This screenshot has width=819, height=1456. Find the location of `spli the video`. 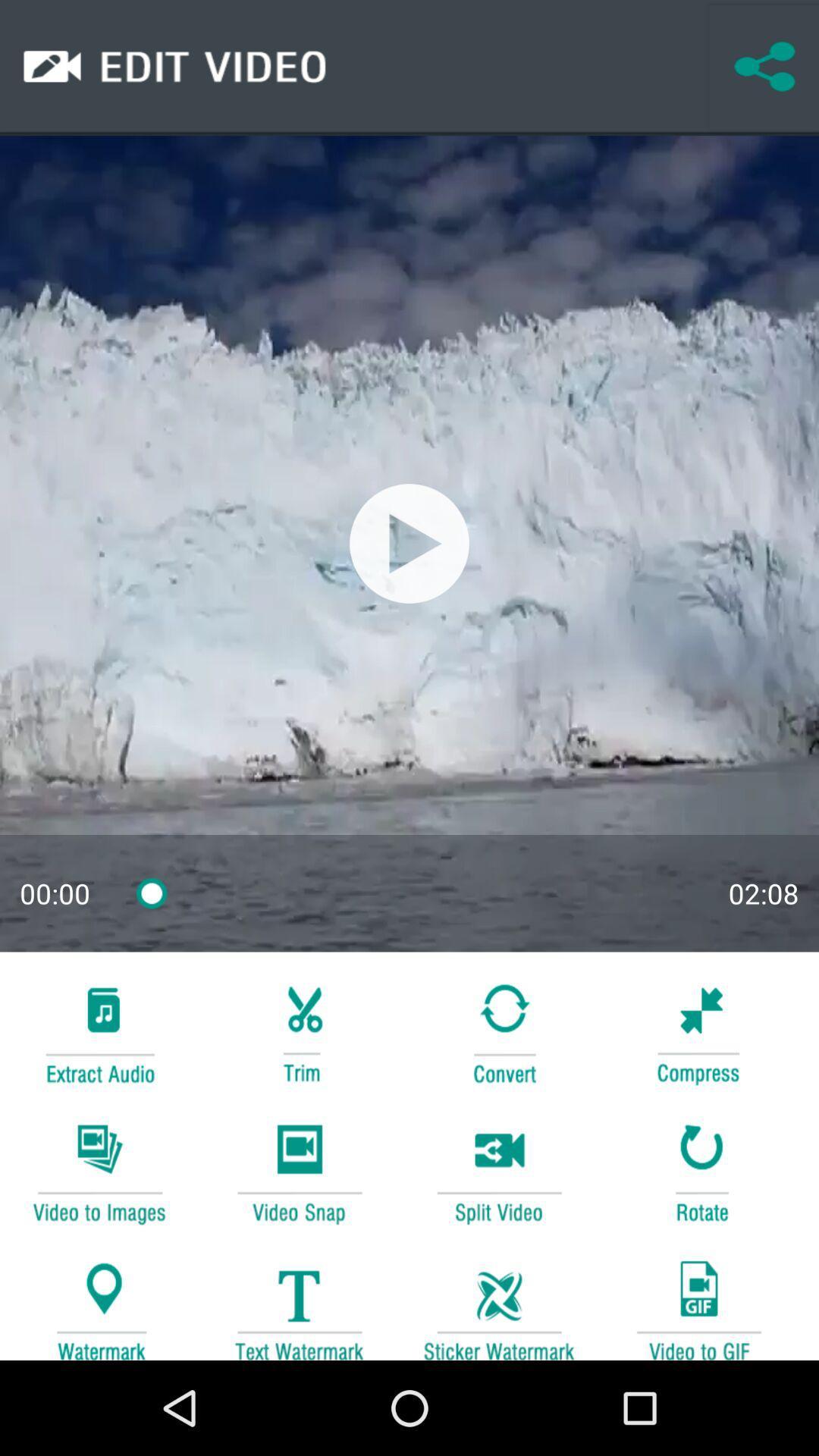

spli the video is located at coordinates (499, 1171).